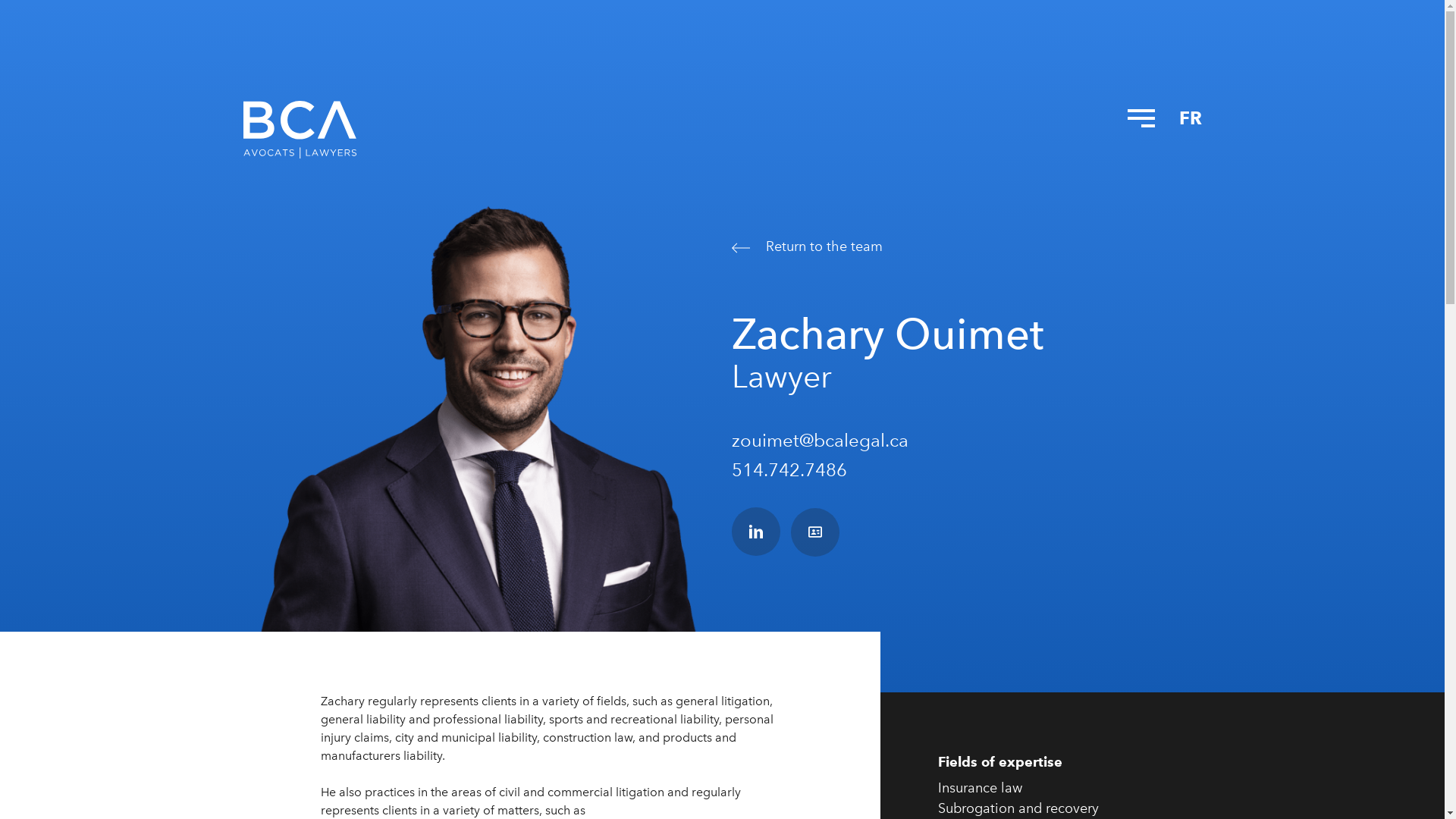 This screenshot has height=819, width=1456. What do you see at coordinates (1189, 117) in the screenshot?
I see `'FR'` at bounding box center [1189, 117].